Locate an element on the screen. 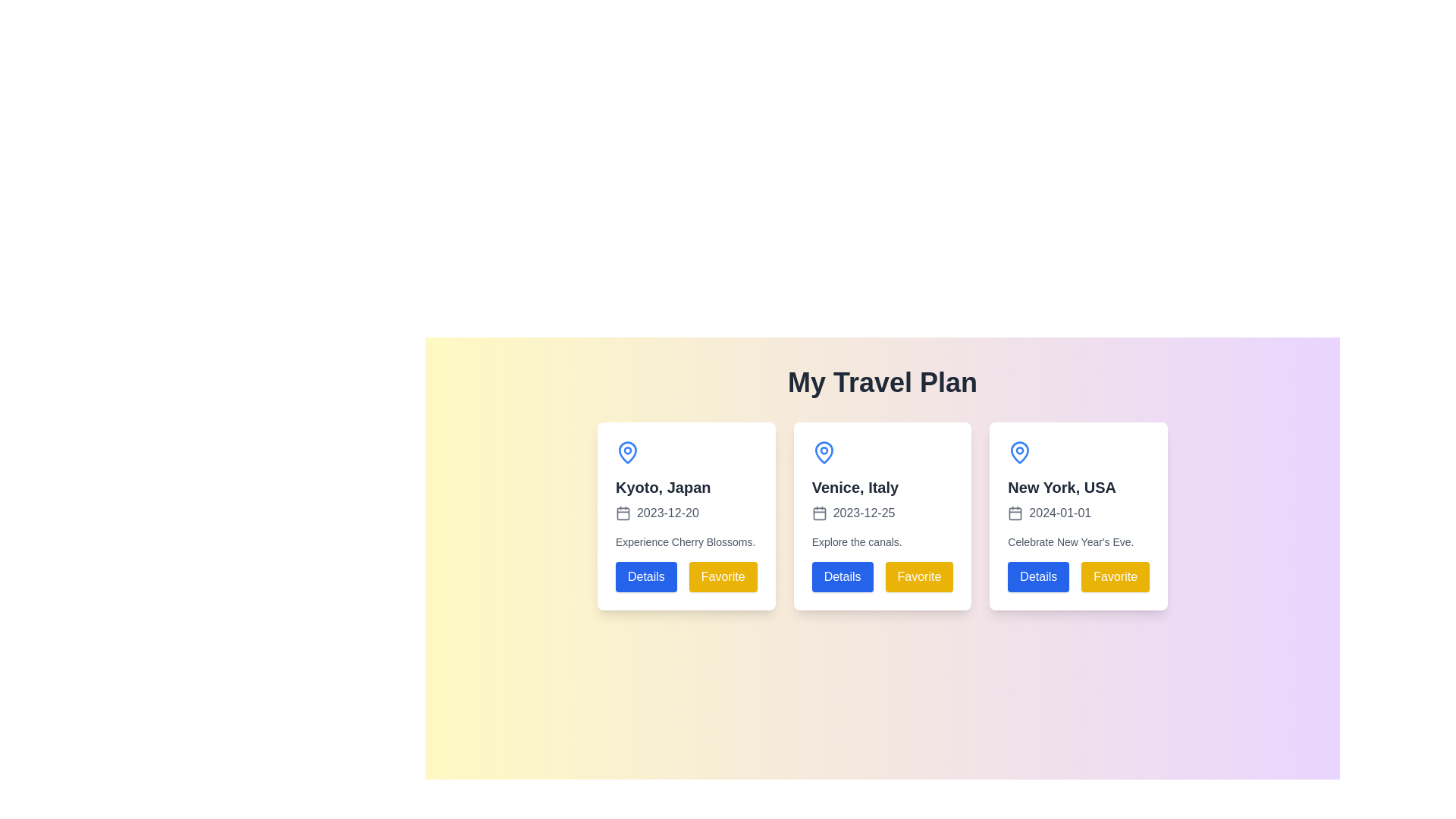 The height and width of the screenshot is (819, 1456). the static text element that serves as the title for the third card, which features the location 'New York, USA' positioned at the top-center of the card is located at coordinates (1061, 488).